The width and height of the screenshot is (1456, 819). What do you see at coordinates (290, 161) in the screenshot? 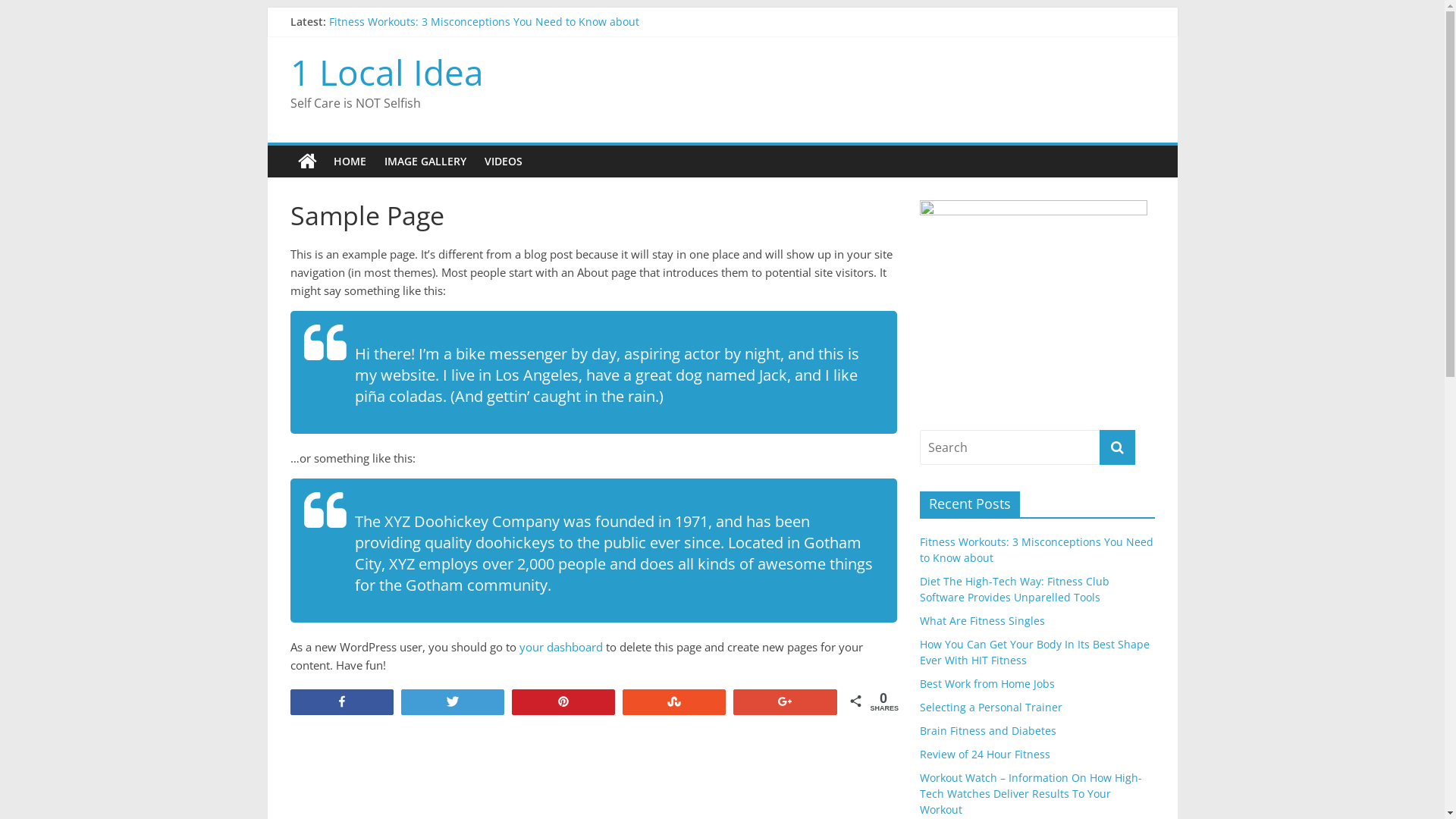
I see `'1 Local Idea'` at bounding box center [290, 161].